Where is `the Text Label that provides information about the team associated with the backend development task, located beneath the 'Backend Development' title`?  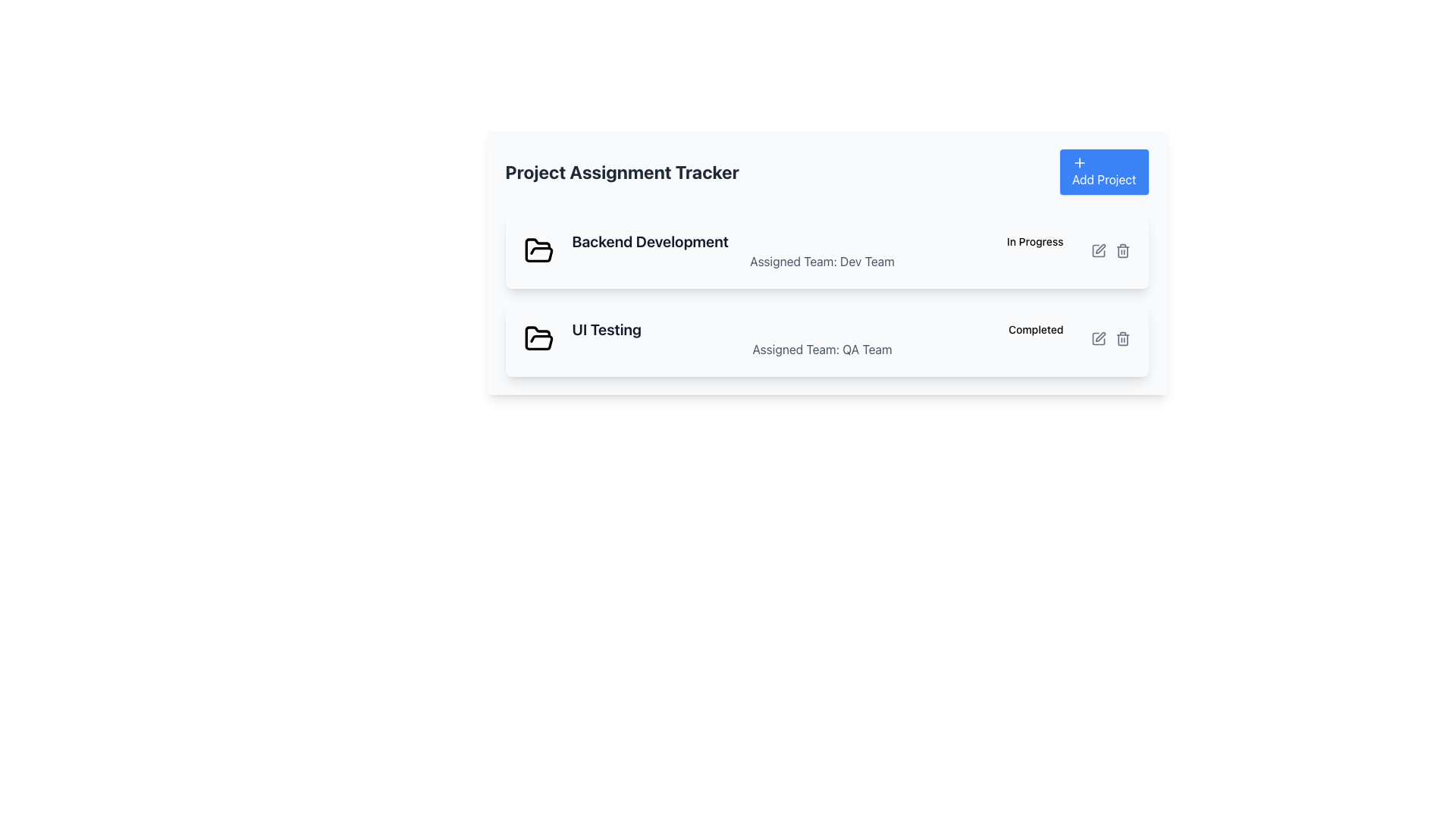
the Text Label that provides information about the team associated with the backend development task, located beneath the 'Backend Development' title is located at coordinates (821, 260).